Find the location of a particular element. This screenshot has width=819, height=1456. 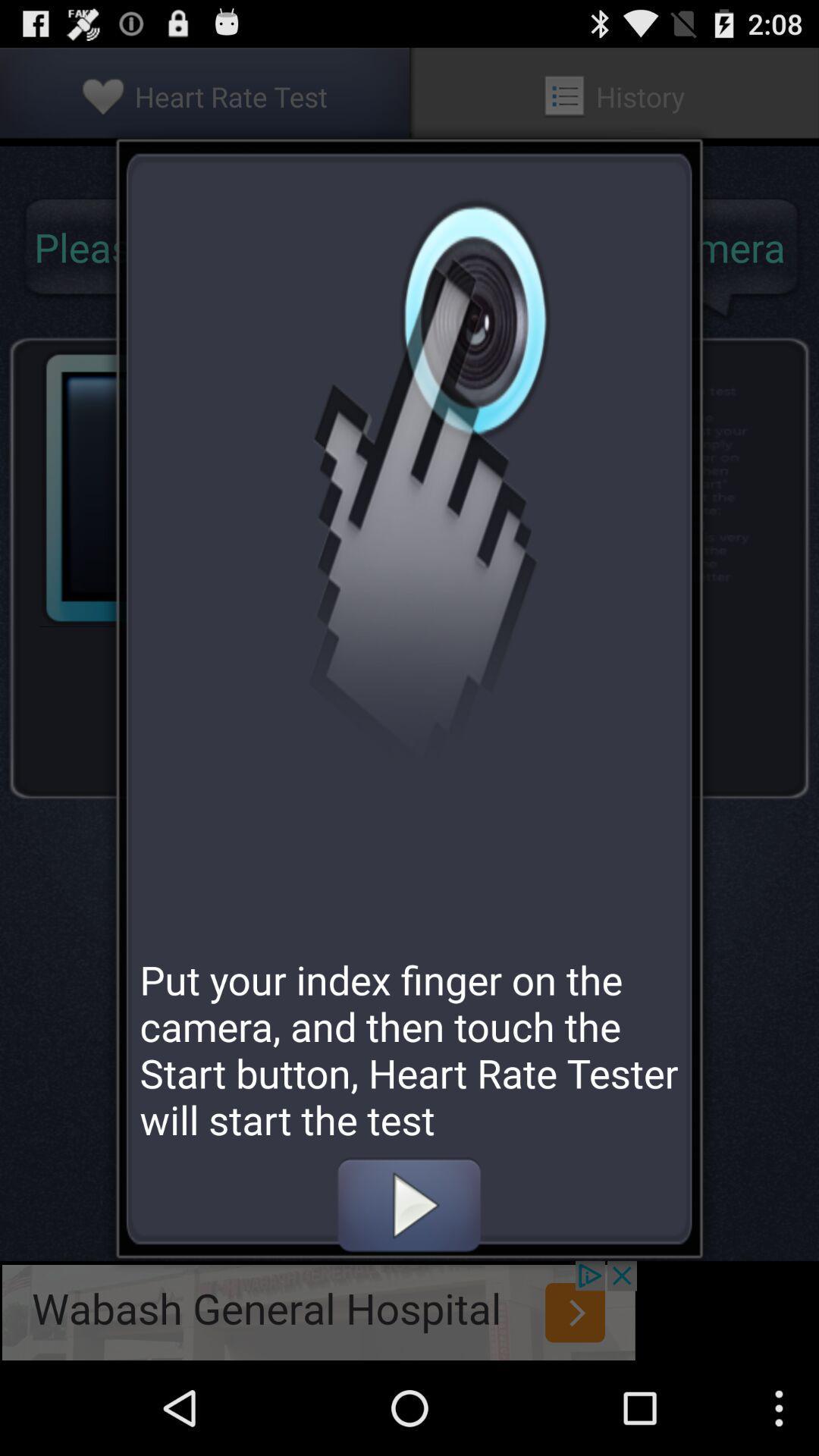

play is located at coordinates (408, 1204).